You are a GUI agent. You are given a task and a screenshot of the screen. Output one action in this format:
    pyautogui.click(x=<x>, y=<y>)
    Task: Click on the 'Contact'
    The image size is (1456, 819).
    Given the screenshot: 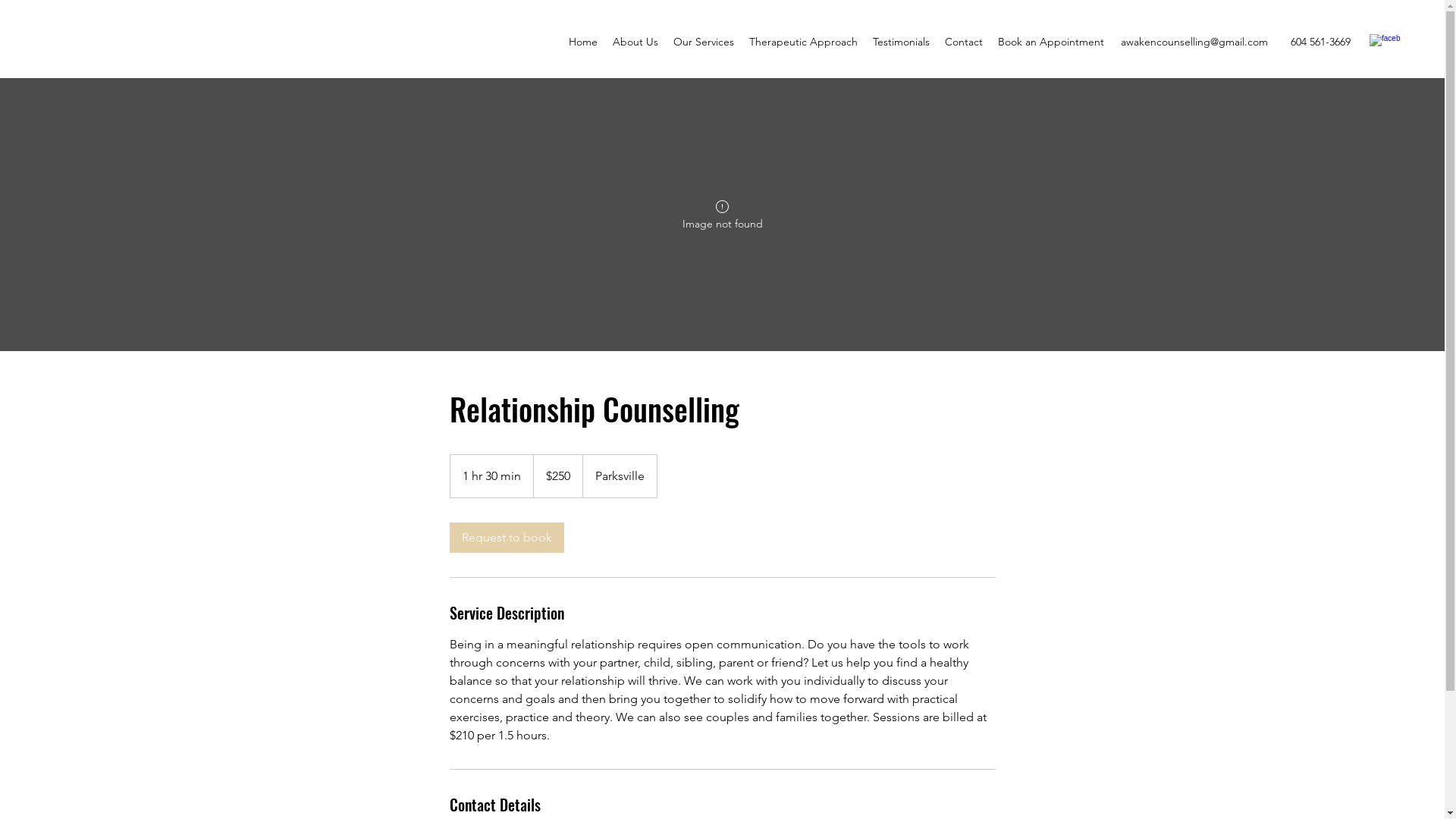 What is the action you would take?
    pyautogui.click(x=937, y=40)
    